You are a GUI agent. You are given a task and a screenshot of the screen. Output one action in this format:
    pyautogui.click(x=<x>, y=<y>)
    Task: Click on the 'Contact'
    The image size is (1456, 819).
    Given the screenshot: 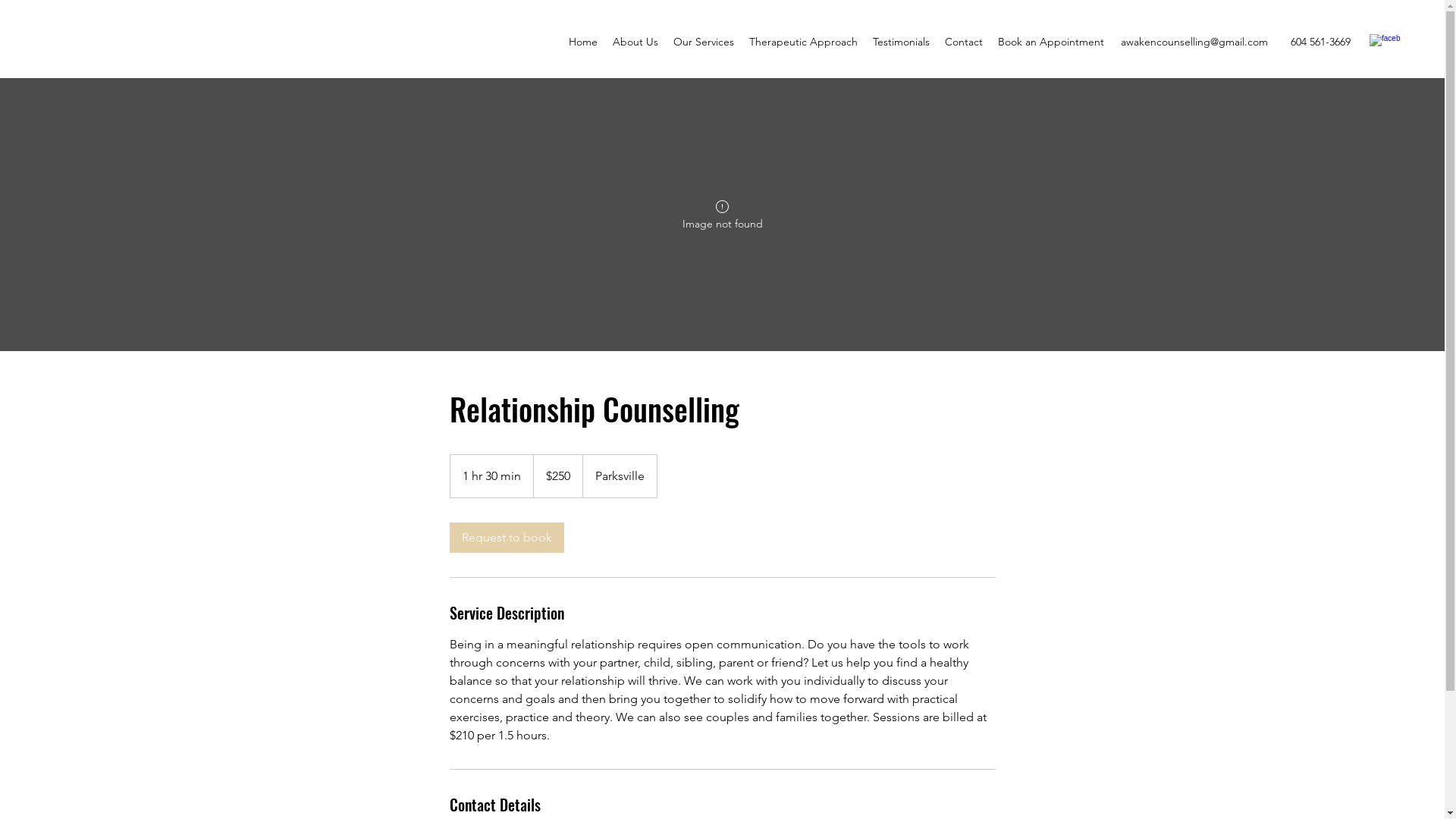 What is the action you would take?
    pyautogui.click(x=937, y=40)
    